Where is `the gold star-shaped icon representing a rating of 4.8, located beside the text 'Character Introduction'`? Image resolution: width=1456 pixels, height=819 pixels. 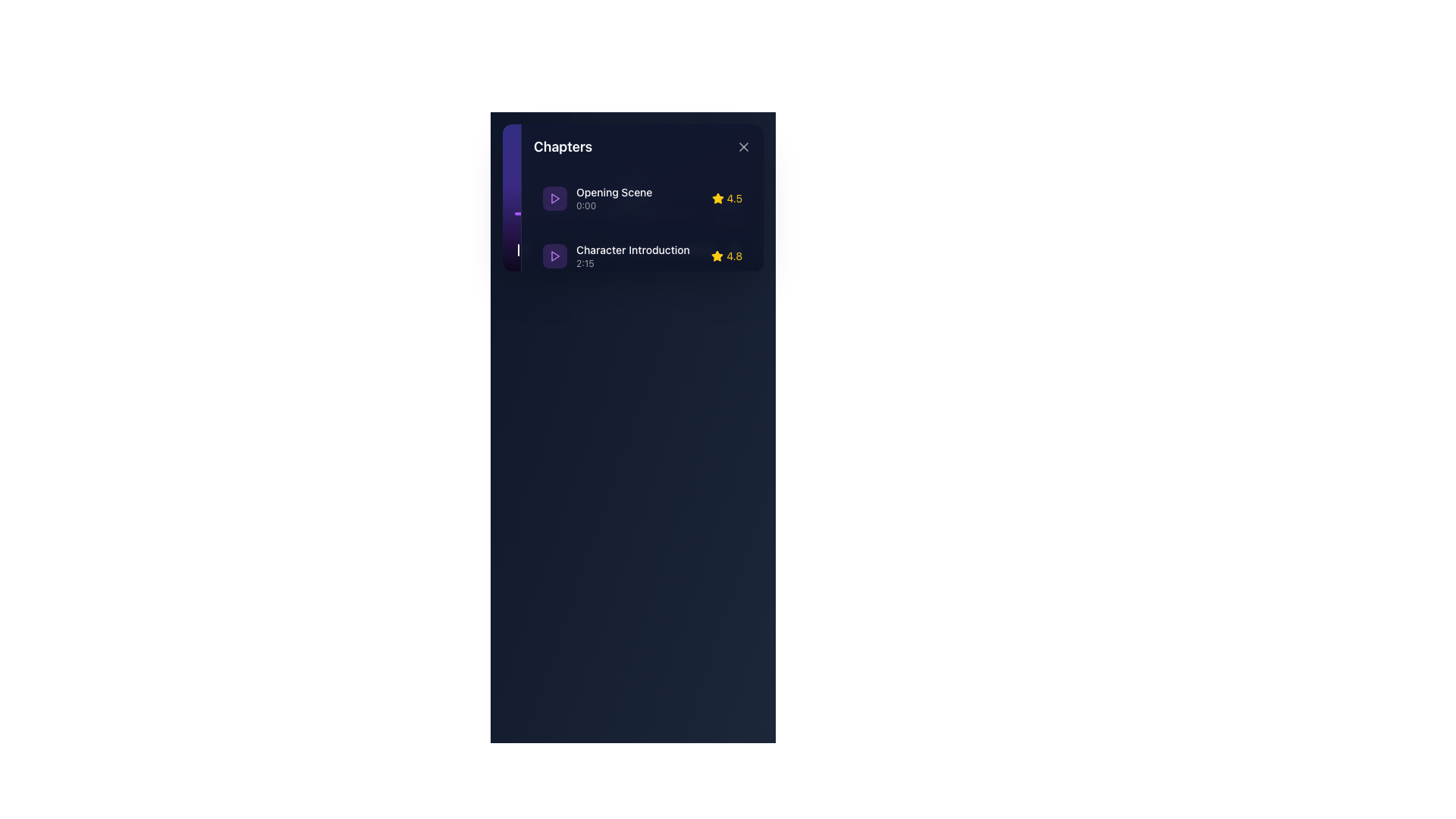
the gold star-shaped icon representing a rating of 4.8, located beside the text 'Character Introduction' is located at coordinates (717, 197).